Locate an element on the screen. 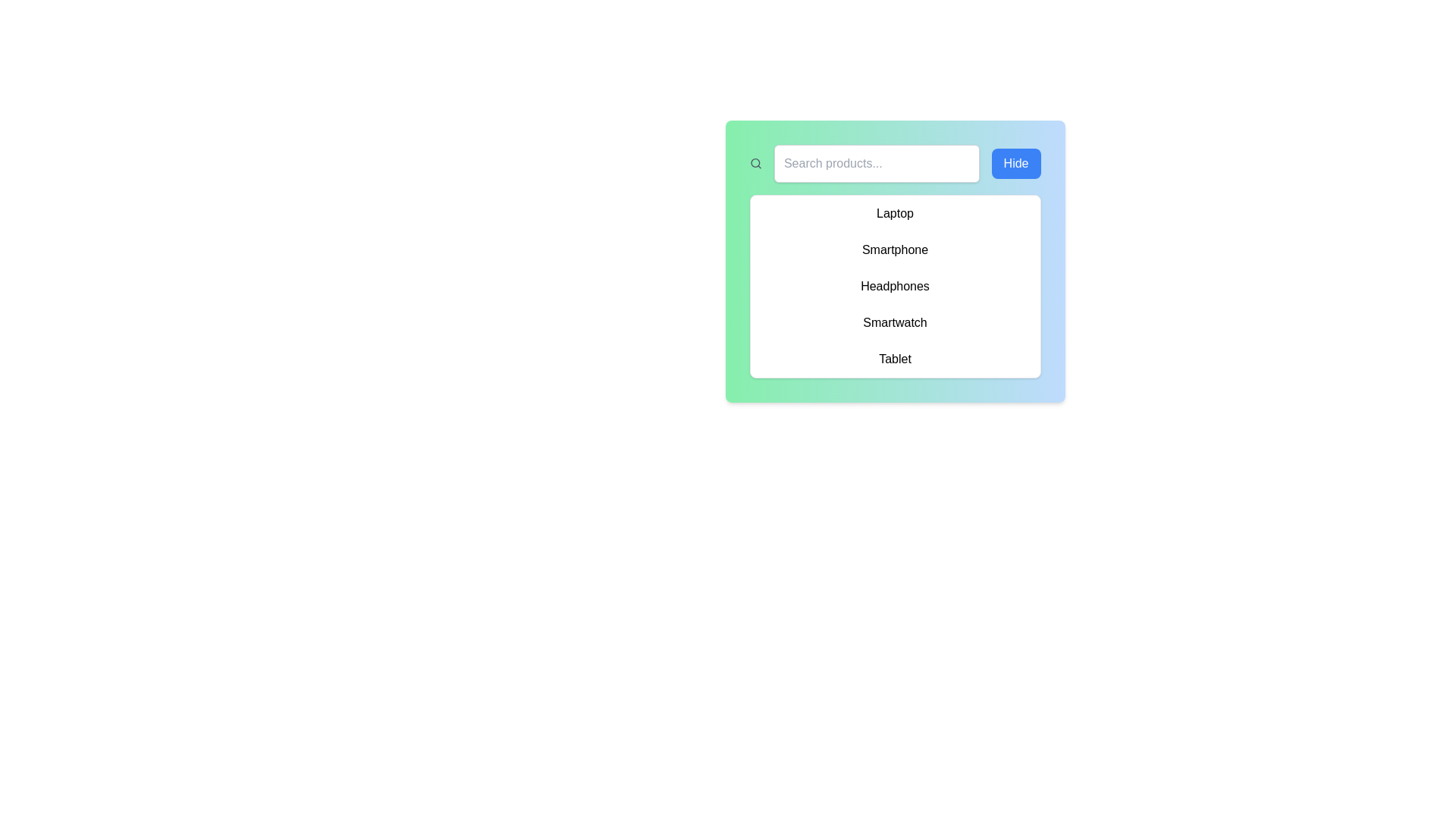 The height and width of the screenshot is (819, 1456). the vertical list of selectable options in the white rectangular panel is located at coordinates (895, 287).